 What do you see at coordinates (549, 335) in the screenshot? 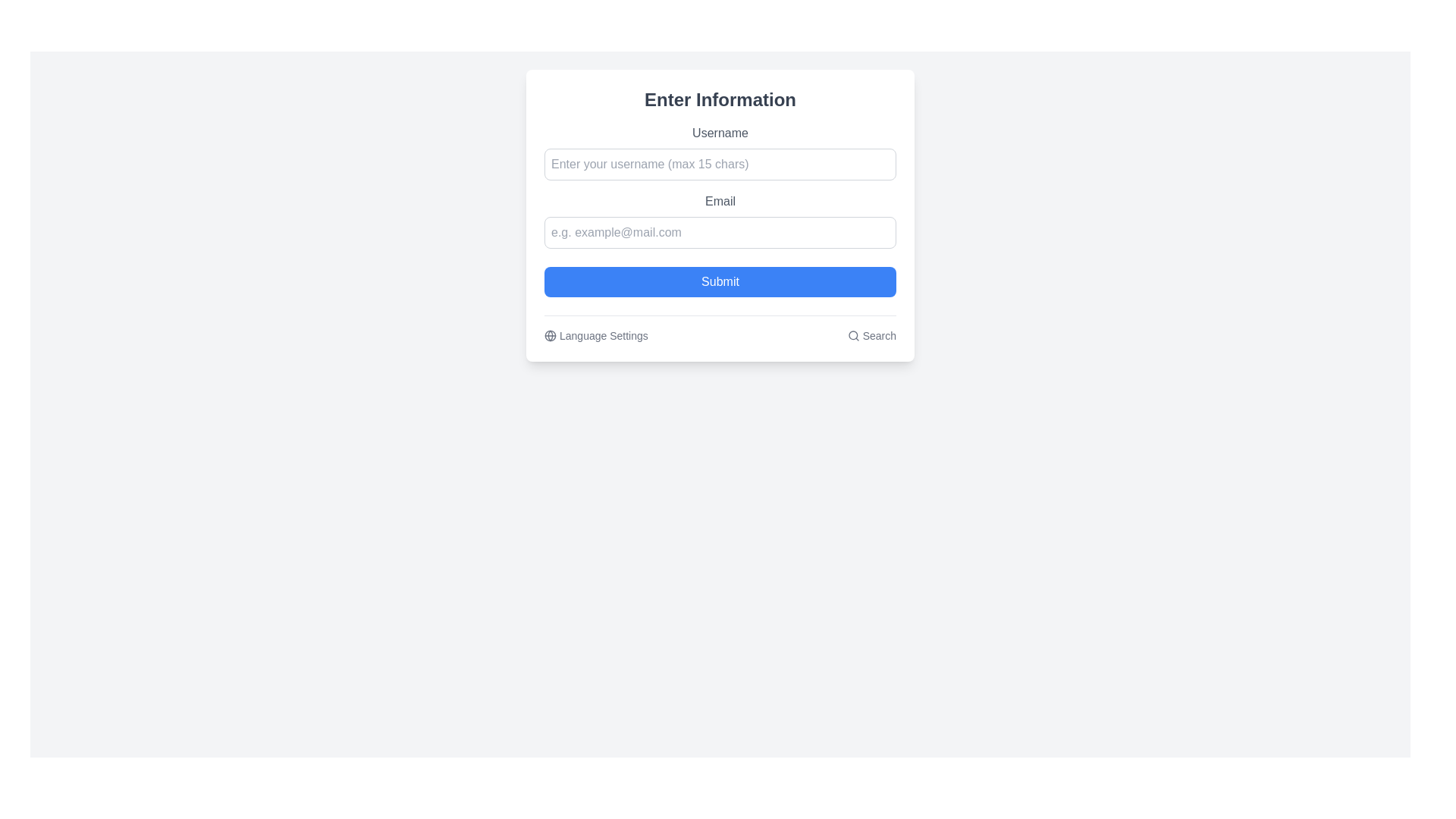
I see `the decorative Circle element within the SVG graphic representing the globe icon, located near the 'Language Settings' label` at bounding box center [549, 335].